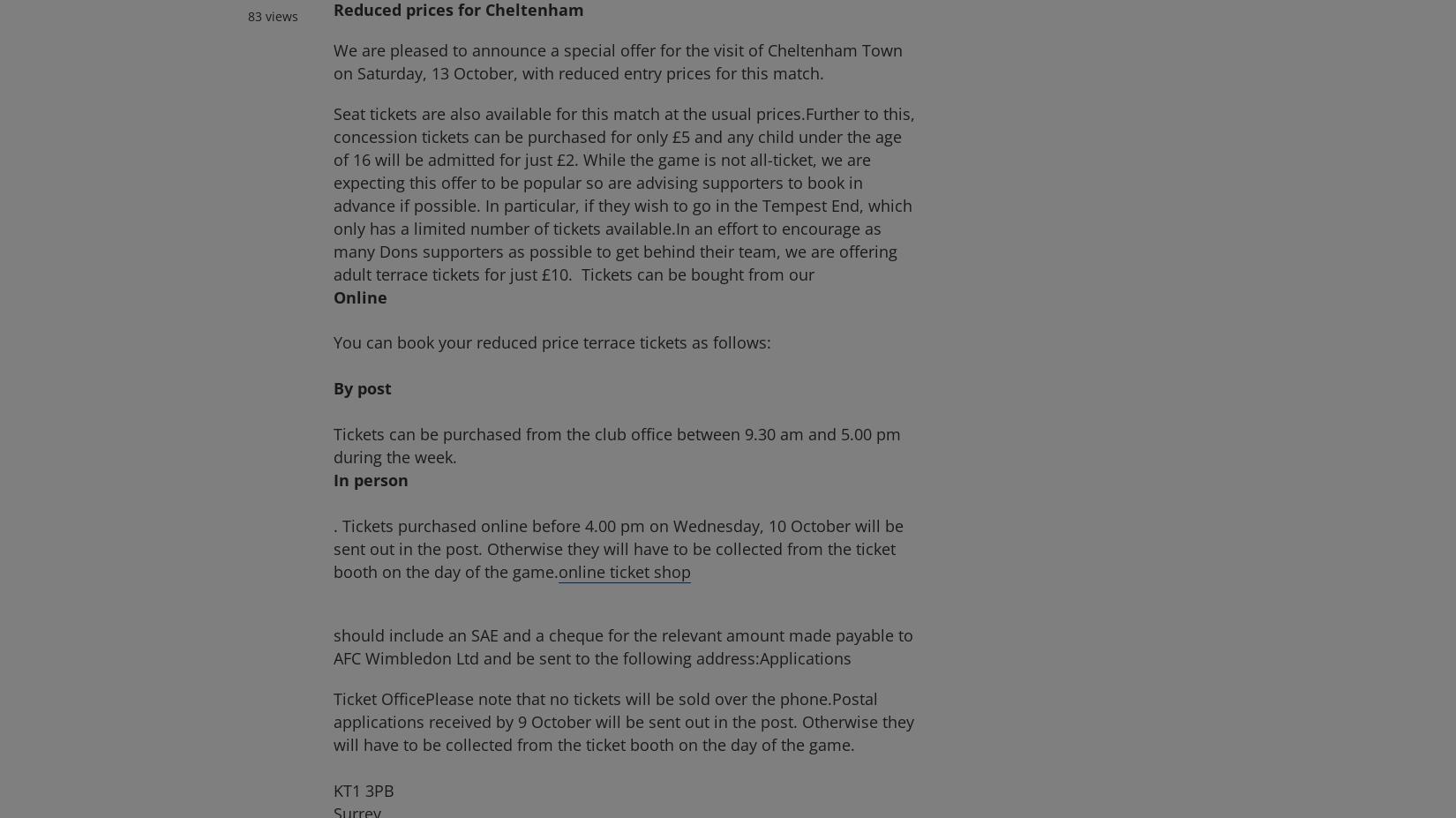 This screenshot has height=818, width=1456. I want to click on 'We are pleased to announce a special offer for the visit of Cheltenham Town on Saturday, 13 October, with reduced entry prices for this match.', so click(617, 59).